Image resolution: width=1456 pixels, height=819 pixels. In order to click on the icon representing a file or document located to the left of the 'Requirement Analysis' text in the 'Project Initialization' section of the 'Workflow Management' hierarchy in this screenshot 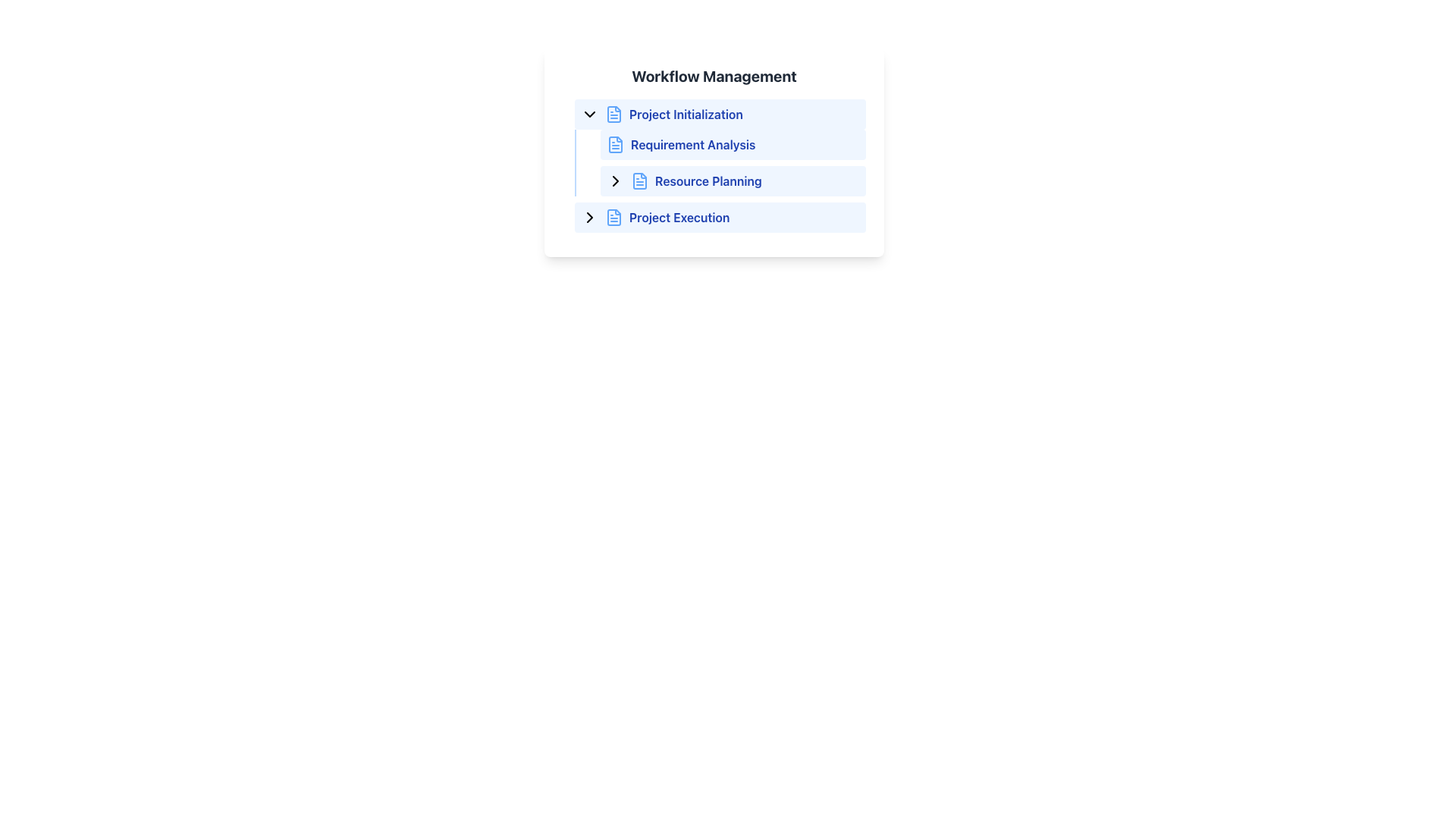, I will do `click(615, 145)`.